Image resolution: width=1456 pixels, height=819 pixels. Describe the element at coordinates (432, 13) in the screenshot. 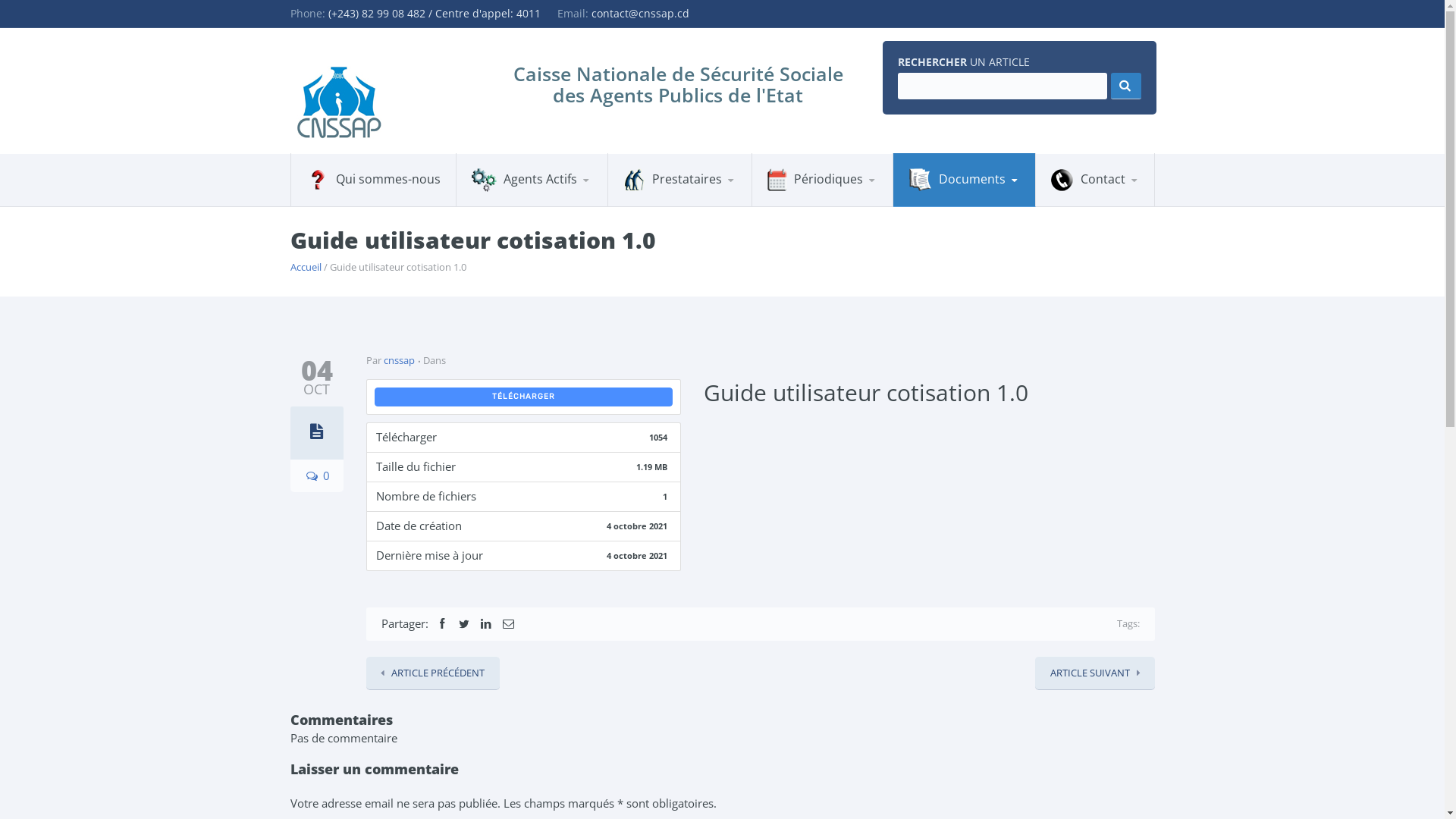

I see `'(+243) 82 99 08 482 / Centre d'appel: 4011'` at that location.